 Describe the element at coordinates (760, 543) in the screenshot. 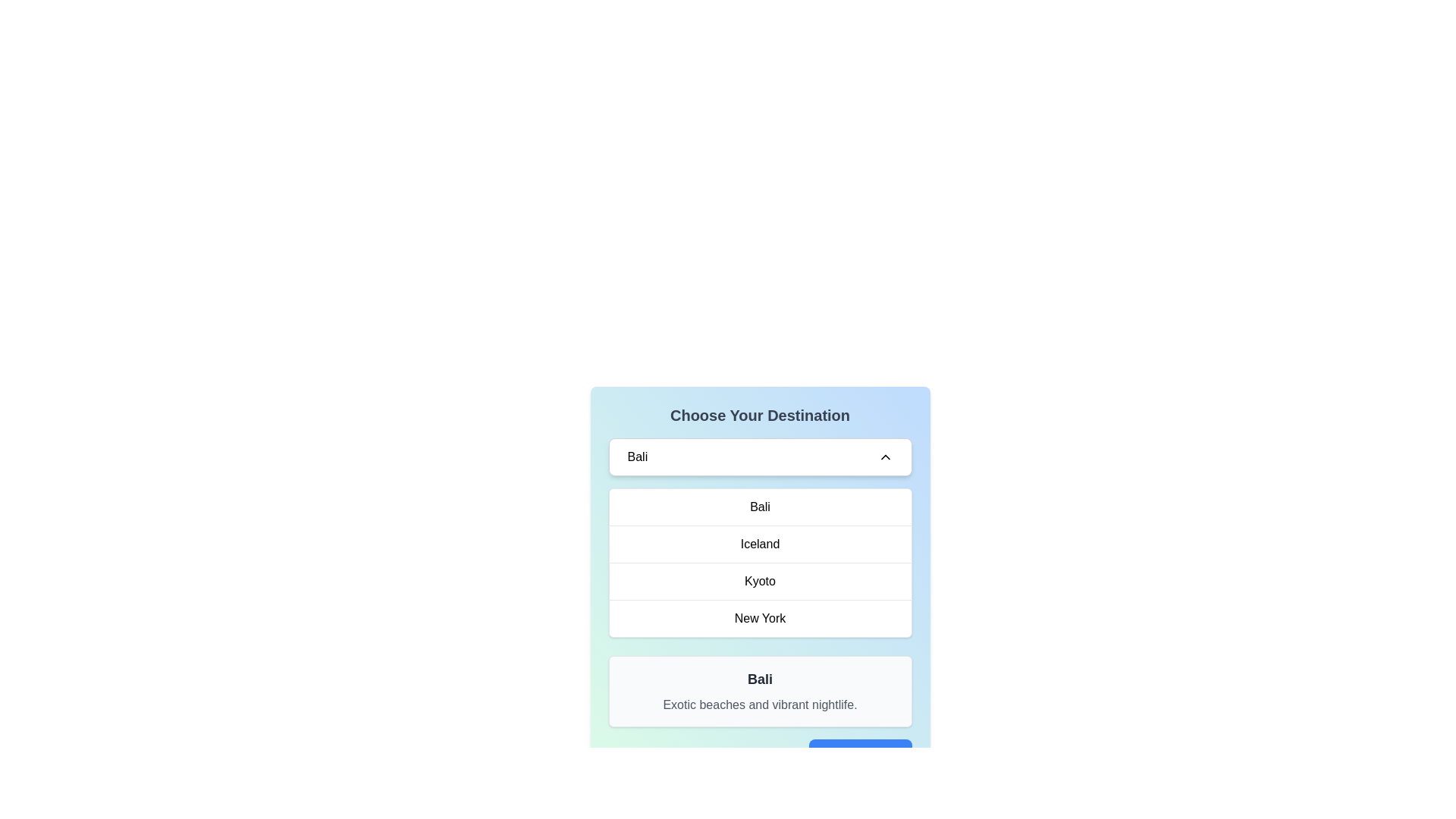

I see `the dropdown list item displaying 'Iceland'` at that location.